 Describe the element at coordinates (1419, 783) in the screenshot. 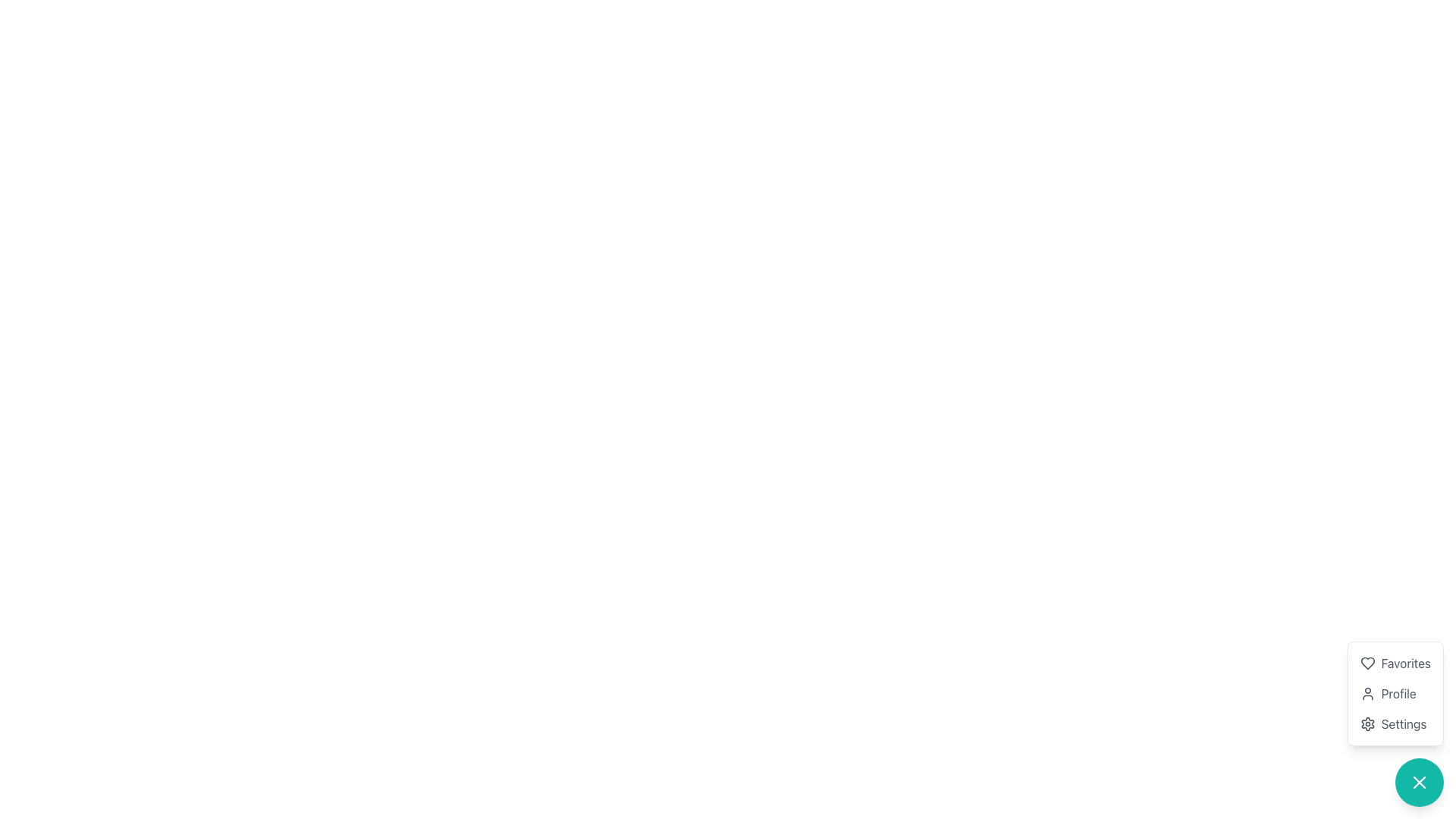

I see `the close icon, which is part of a circular button represented by a teal color, located at the bottom right corner of the button` at that location.